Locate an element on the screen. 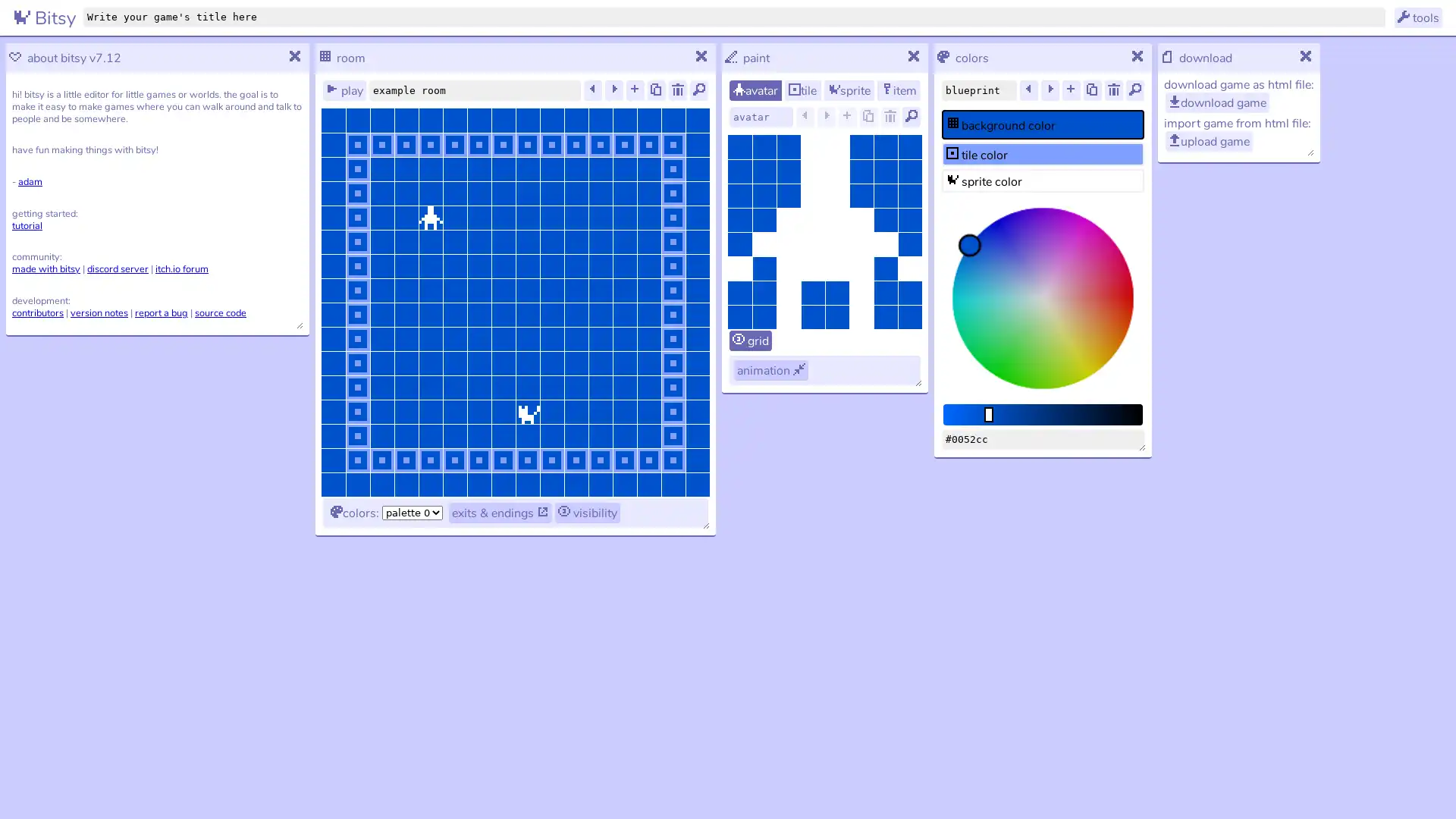 Image resolution: width=1456 pixels, height=819 pixels. add drawing is located at coordinates (847, 116).